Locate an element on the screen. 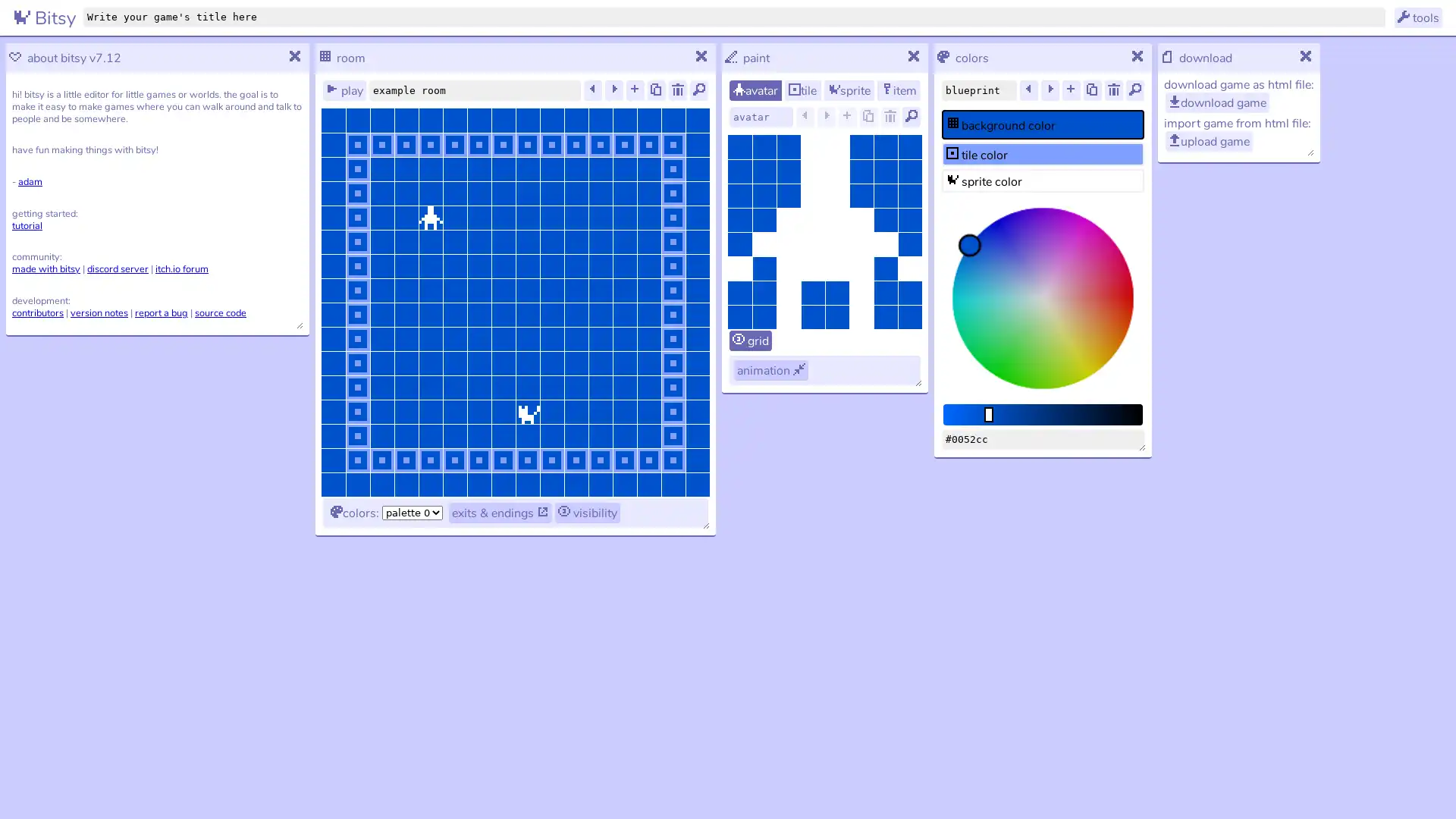 Image resolution: width=1456 pixels, height=819 pixels. add drawing is located at coordinates (847, 116).